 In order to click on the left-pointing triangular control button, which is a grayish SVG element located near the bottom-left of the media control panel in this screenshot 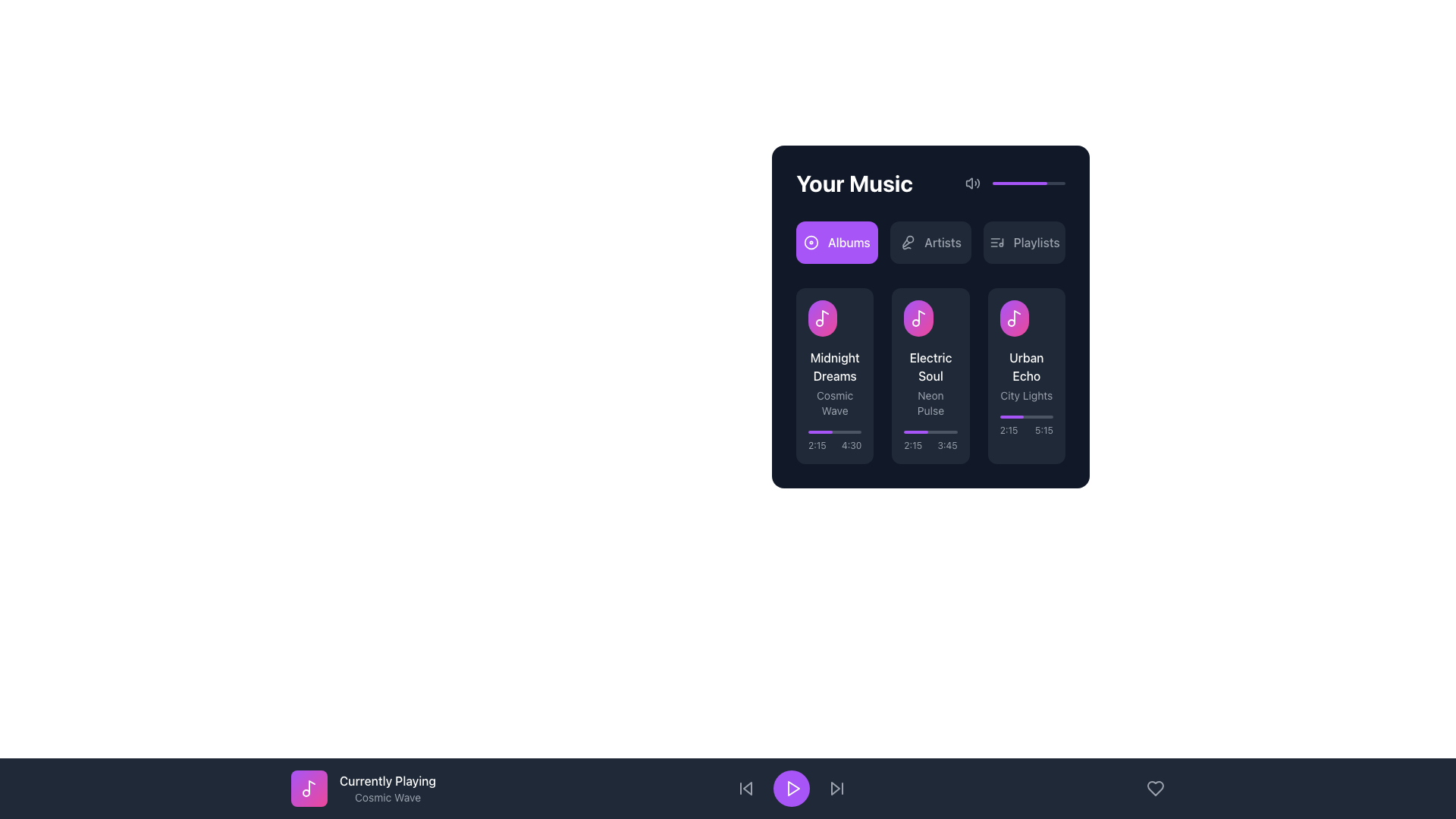, I will do `click(747, 788)`.